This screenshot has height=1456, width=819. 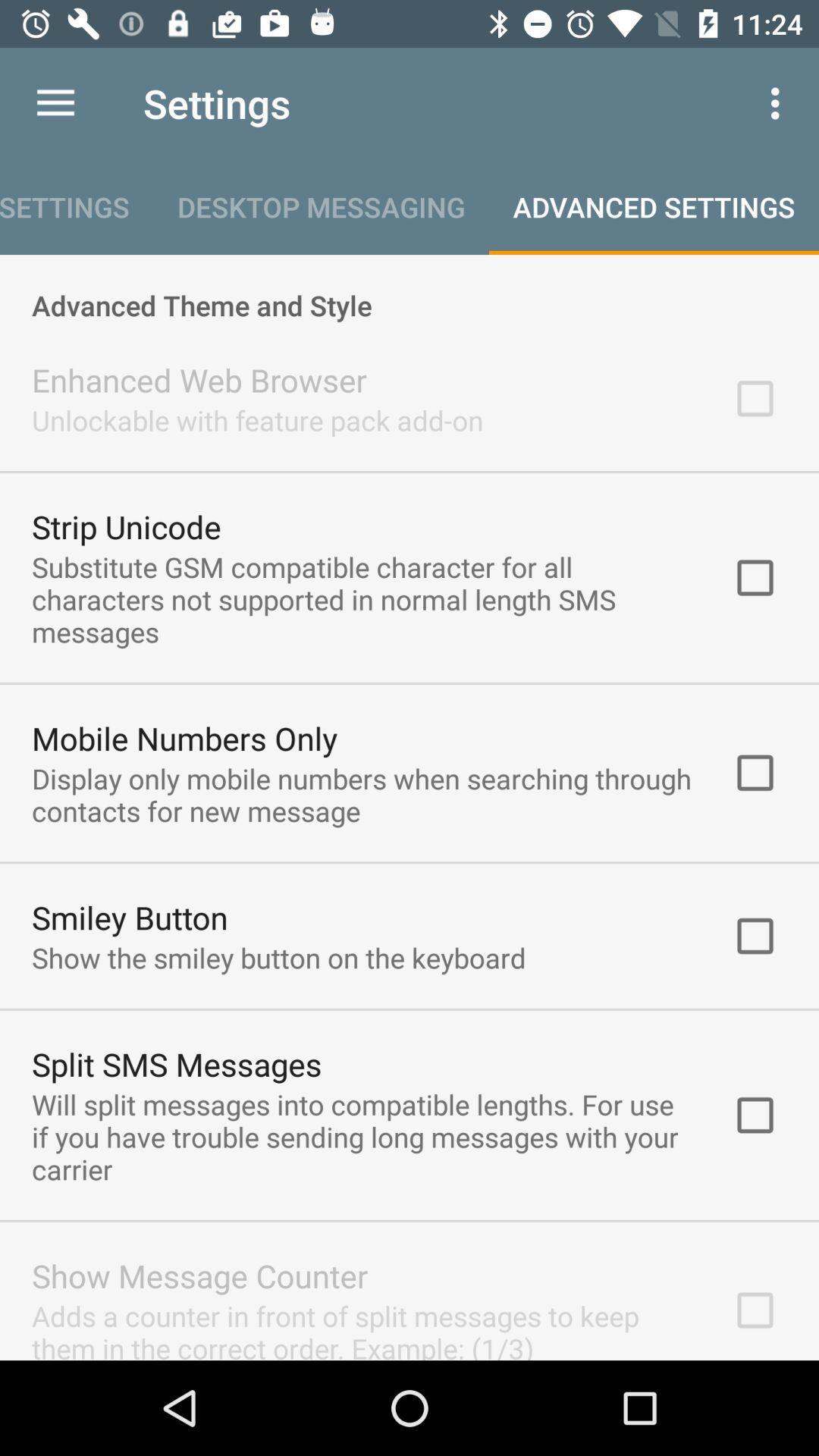 I want to click on show the smiley, so click(x=278, y=956).